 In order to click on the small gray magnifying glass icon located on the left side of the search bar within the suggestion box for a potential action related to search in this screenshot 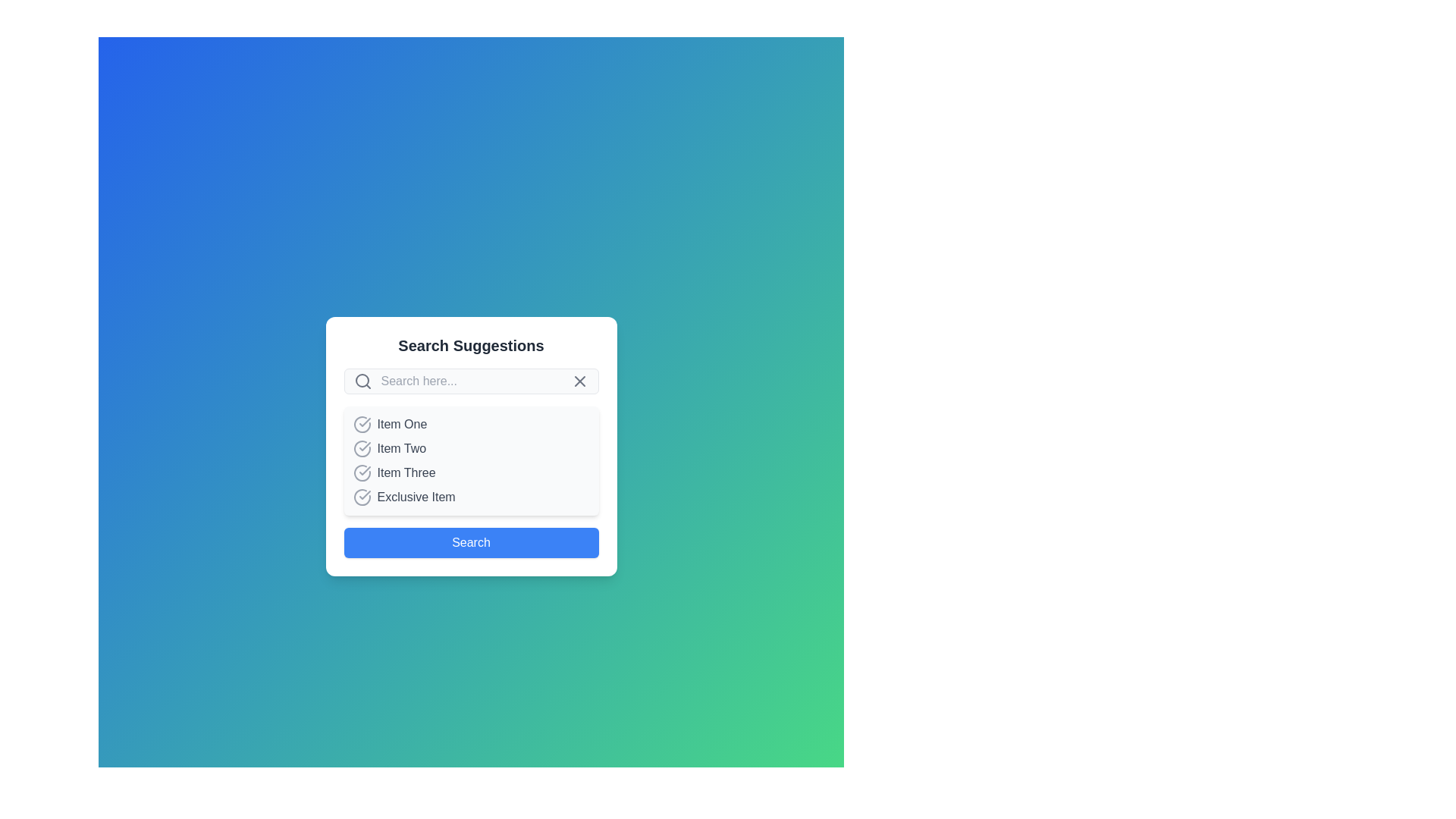, I will do `click(362, 380)`.